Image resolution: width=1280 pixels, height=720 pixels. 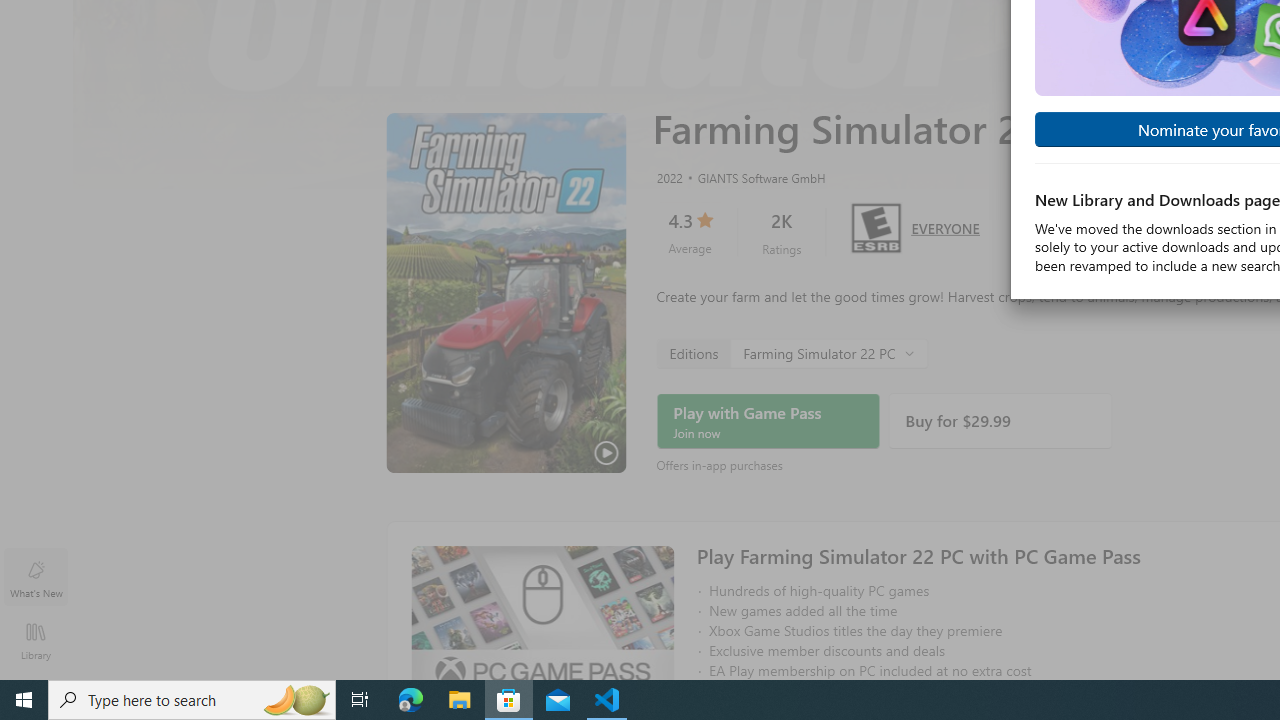 I want to click on '4.3 stars. Click to skip to ratings and reviews', so click(x=689, y=231).